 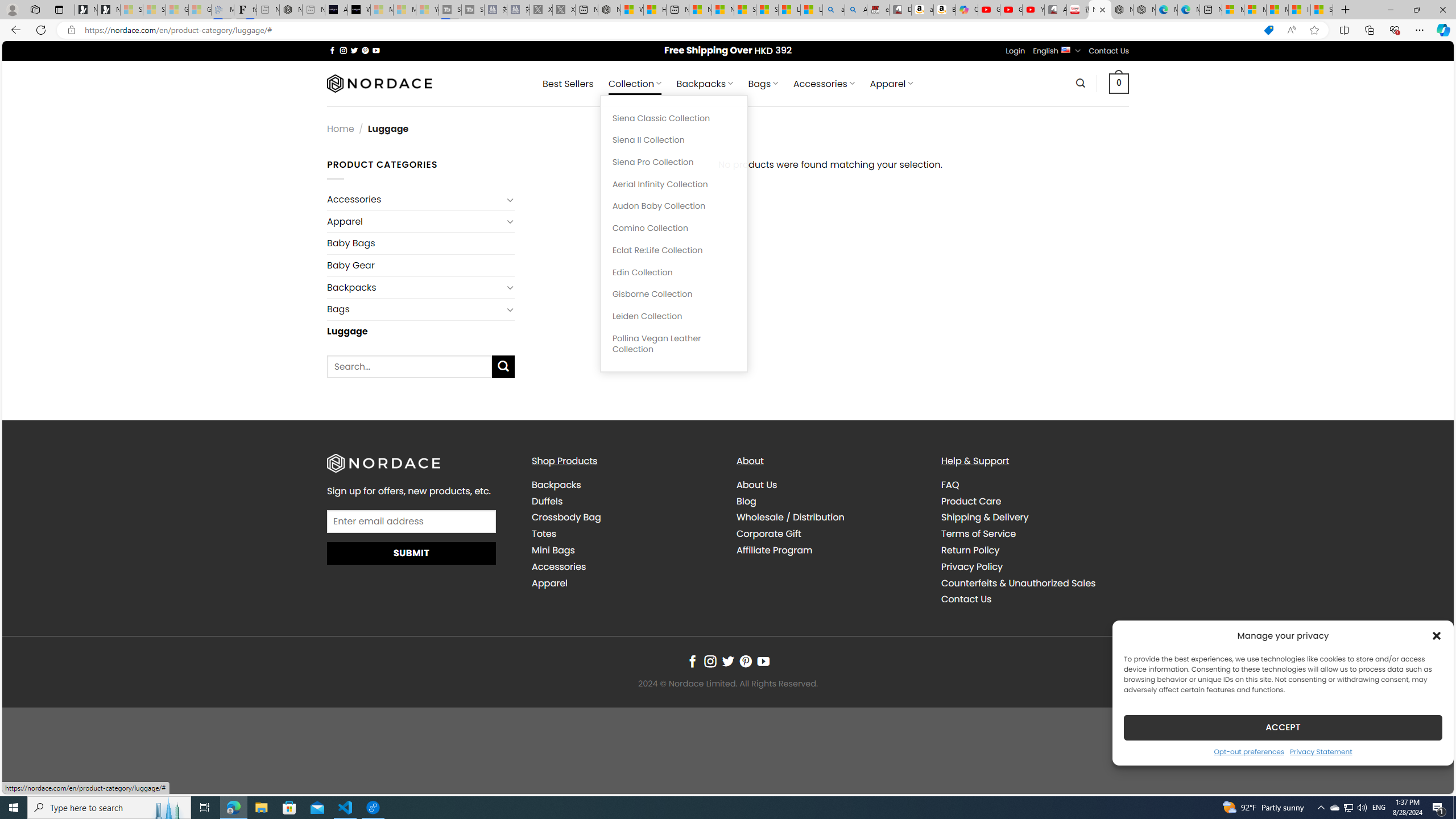 I want to click on 'Browser essentials', so click(x=1394, y=29).